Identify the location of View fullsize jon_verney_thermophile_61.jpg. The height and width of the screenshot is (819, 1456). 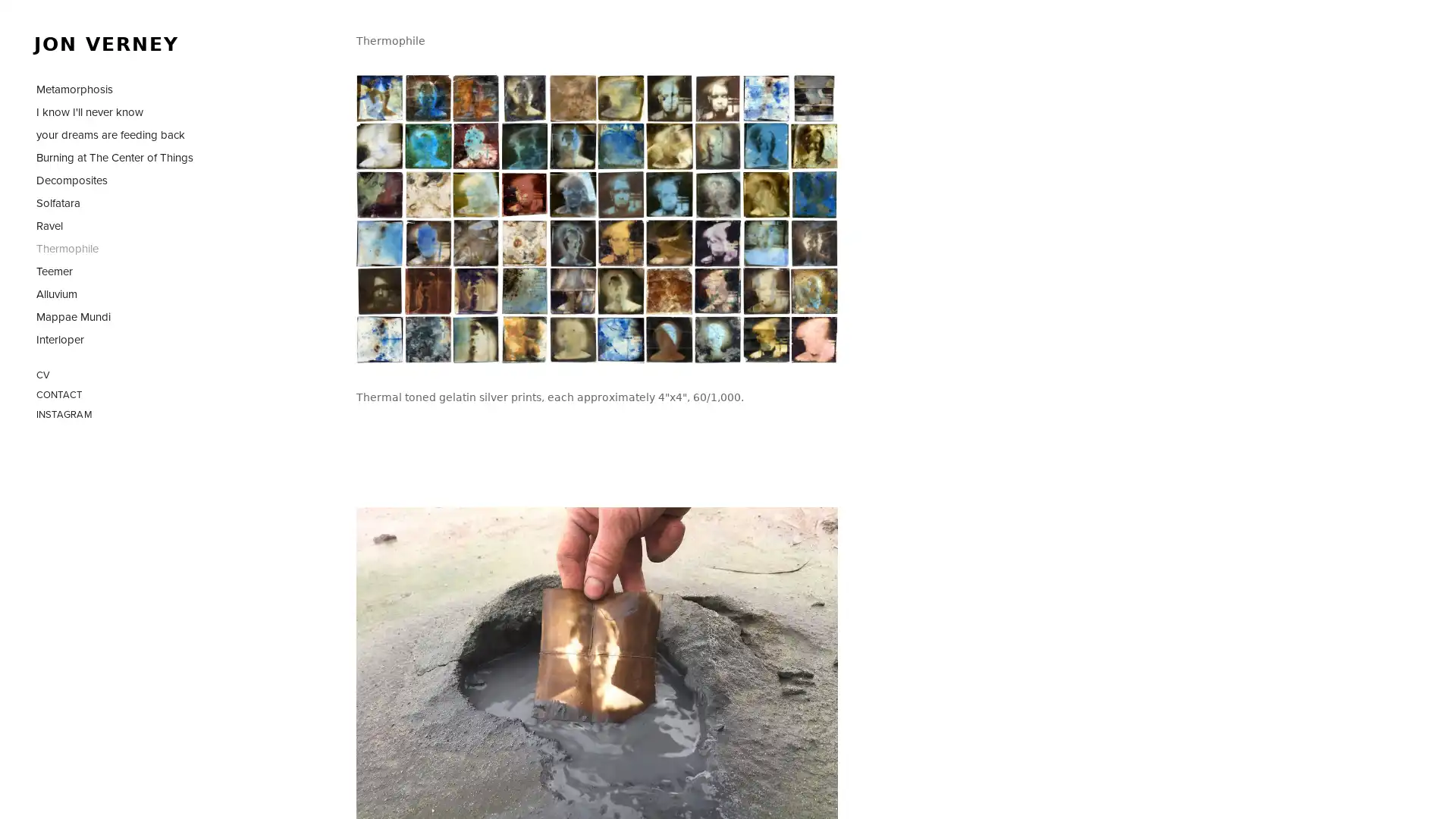
(379, 242).